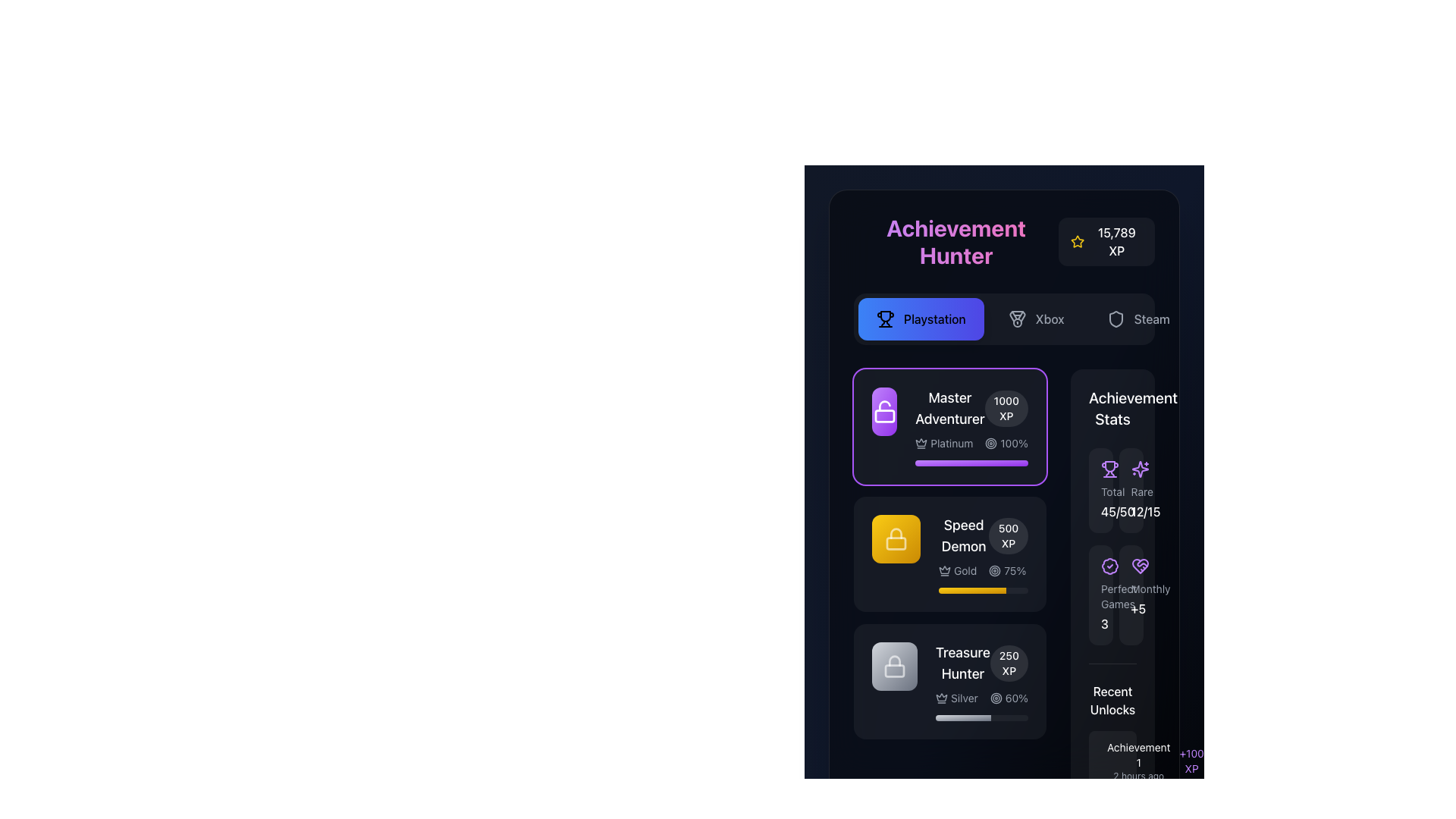 The width and height of the screenshot is (1456, 819). Describe the element at coordinates (962, 663) in the screenshot. I see `the Text label displaying 'Treasure Hunter' that is centered within a dark rectangular box, located beneath 'Speed Demon' and alongside '250 XP' in the left panel` at that location.